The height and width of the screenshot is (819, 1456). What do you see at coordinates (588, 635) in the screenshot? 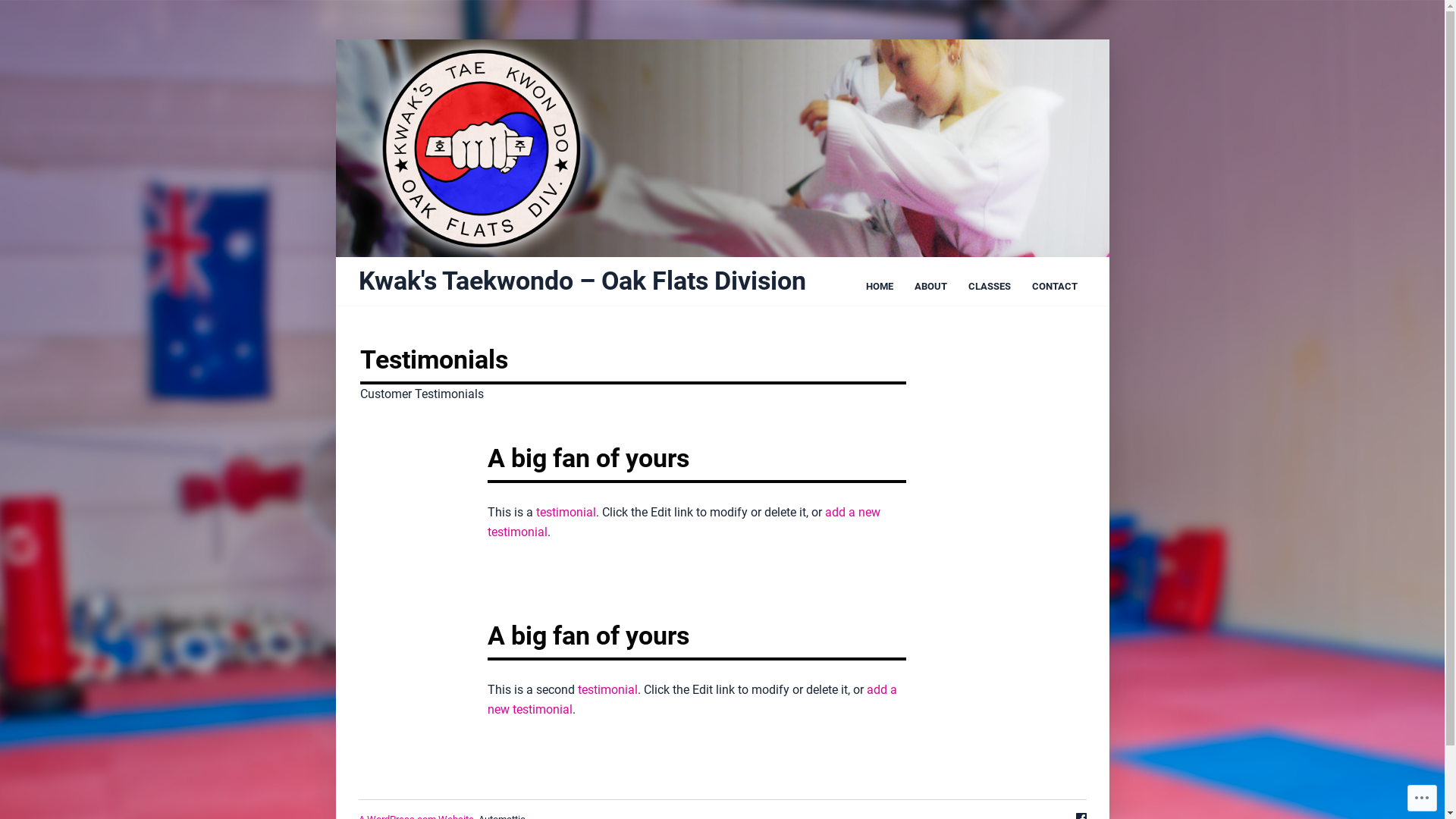
I see `'A big fan of yours'` at bounding box center [588, 635].